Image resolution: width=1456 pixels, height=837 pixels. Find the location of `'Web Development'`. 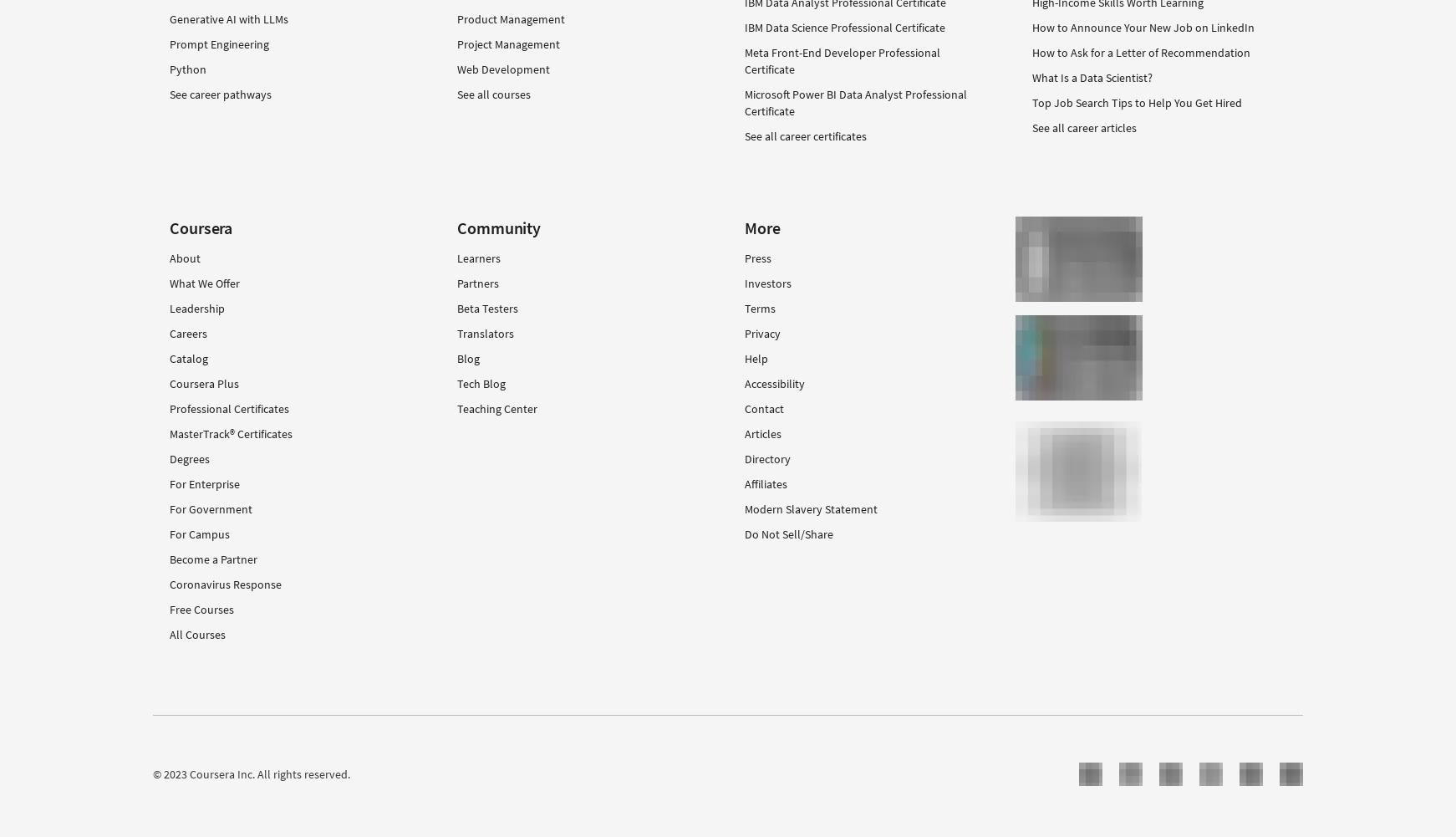

'Web Development' is located at coordinates (502, 68).